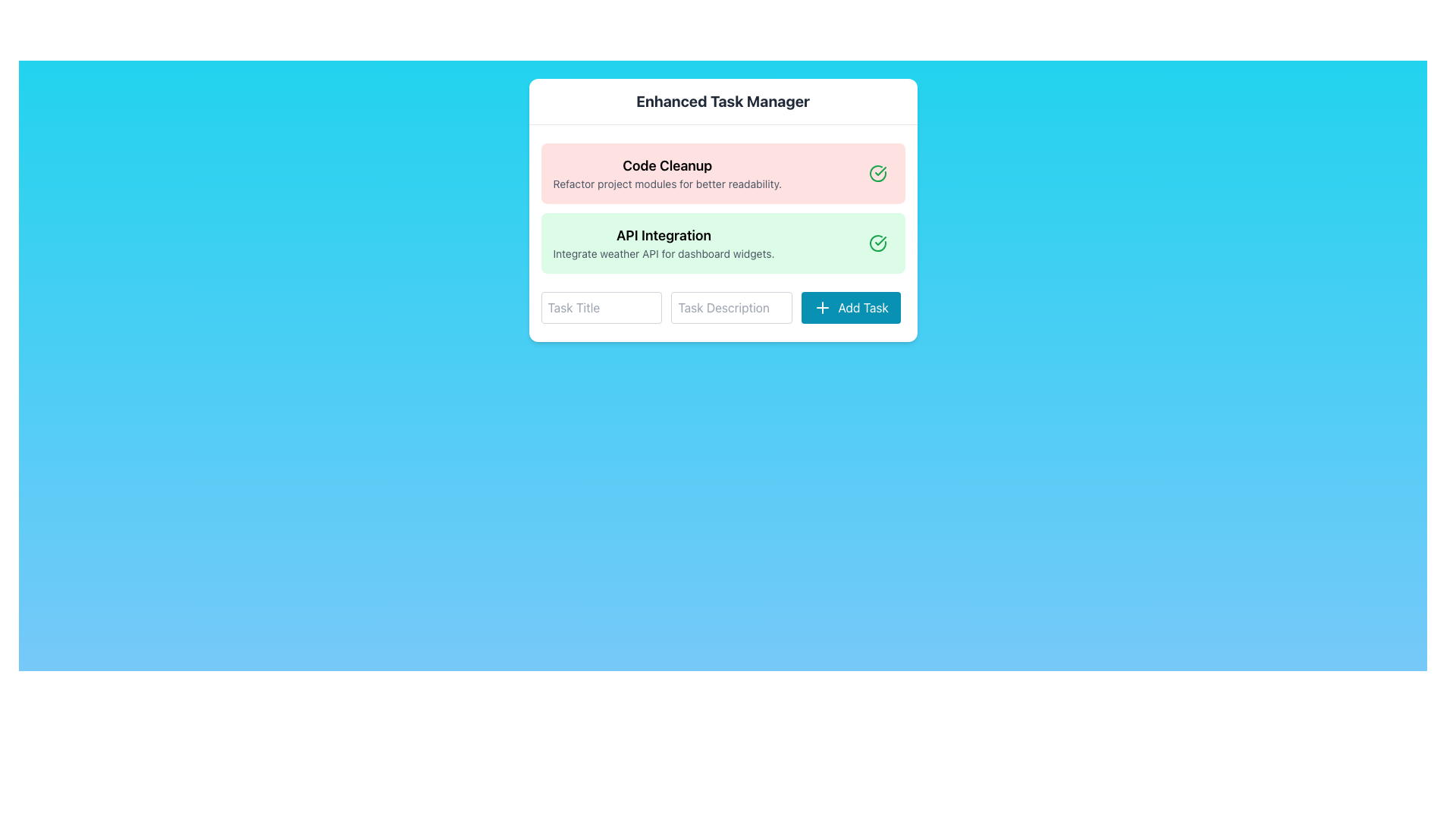  What do you see at coordinates (851, 307) in the screenshot?
I see `the 'Add Task' button, which is a cyan button with white text and a plus icon, located at the bottom of the centered panel` at bounding box center [851, 307].